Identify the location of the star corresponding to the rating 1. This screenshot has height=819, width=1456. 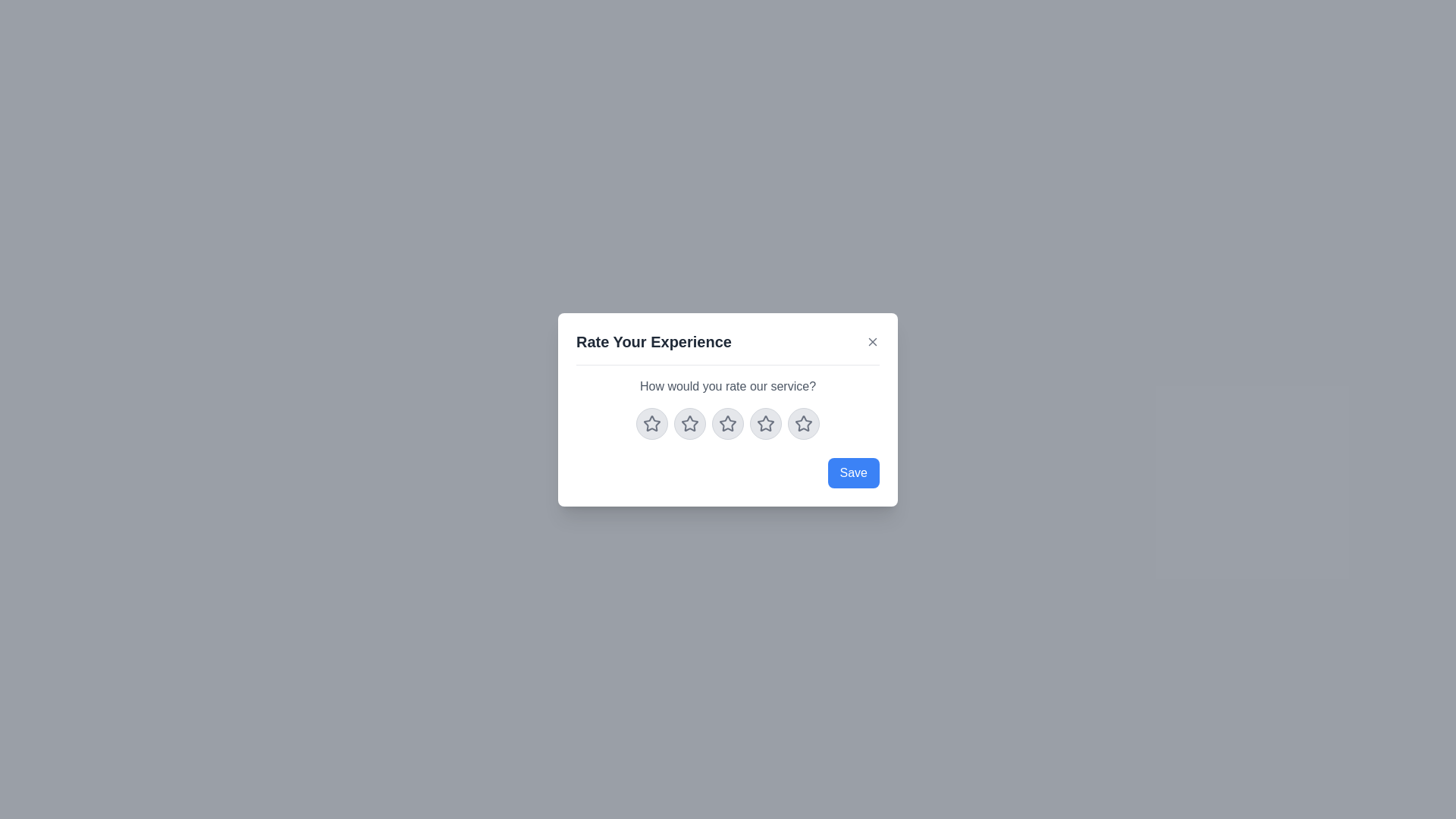
(651, 423).